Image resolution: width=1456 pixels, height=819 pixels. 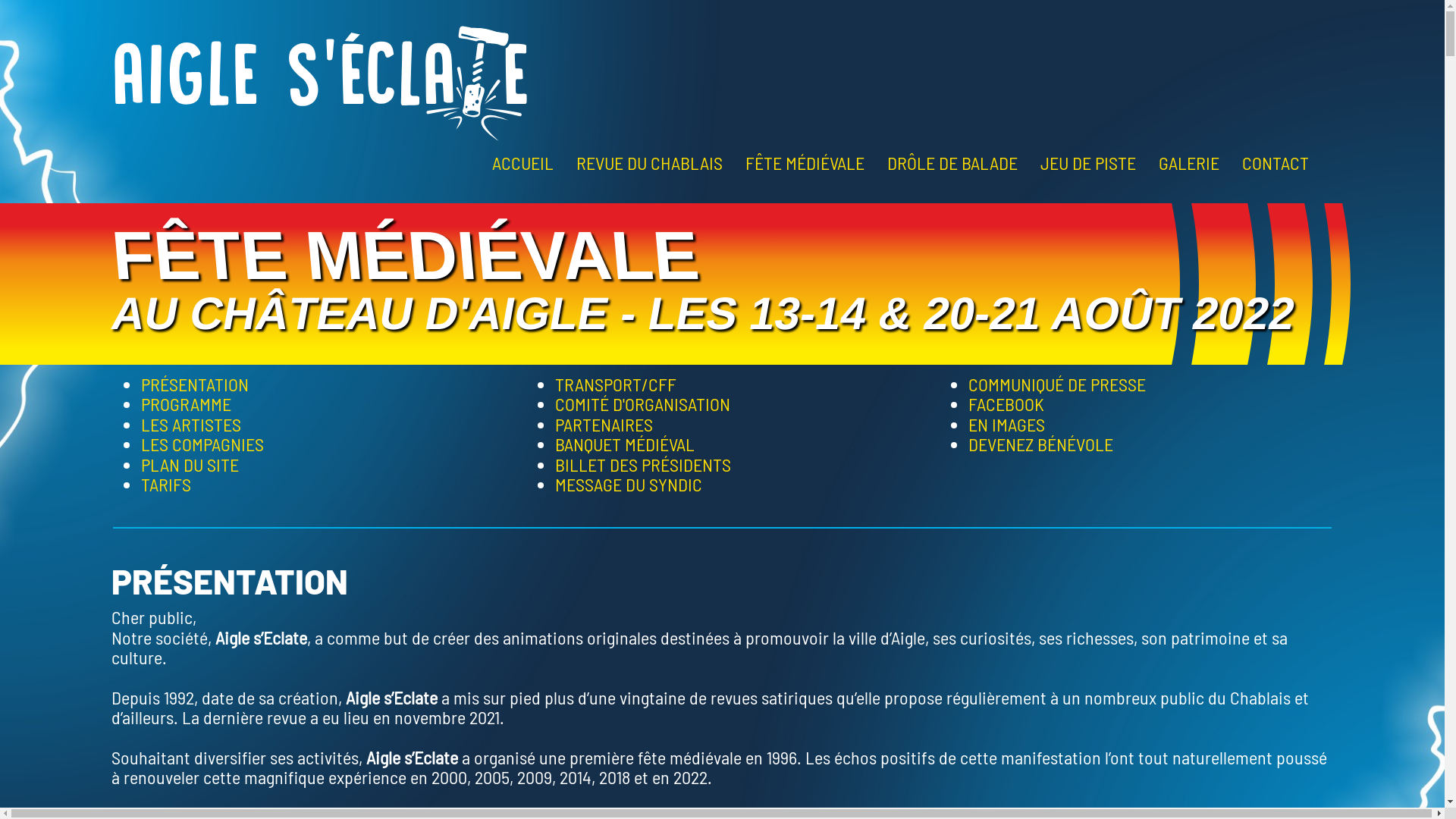 What do you see at coordinates (1006, 403) in the screenshot?
I see `'FACEBOOK'` at bounding box center [1006, 403].